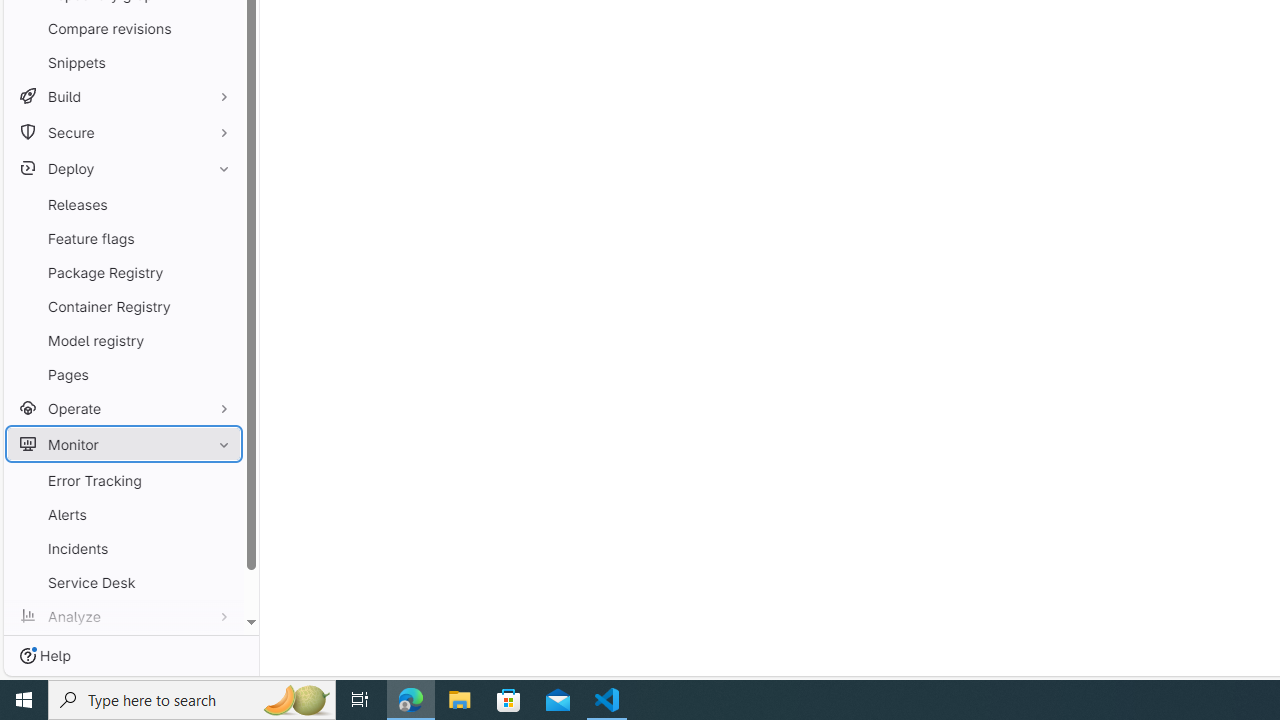 The image size is (1280, 720). I want to click on 'Pin Container Registry', so click(219, 306).